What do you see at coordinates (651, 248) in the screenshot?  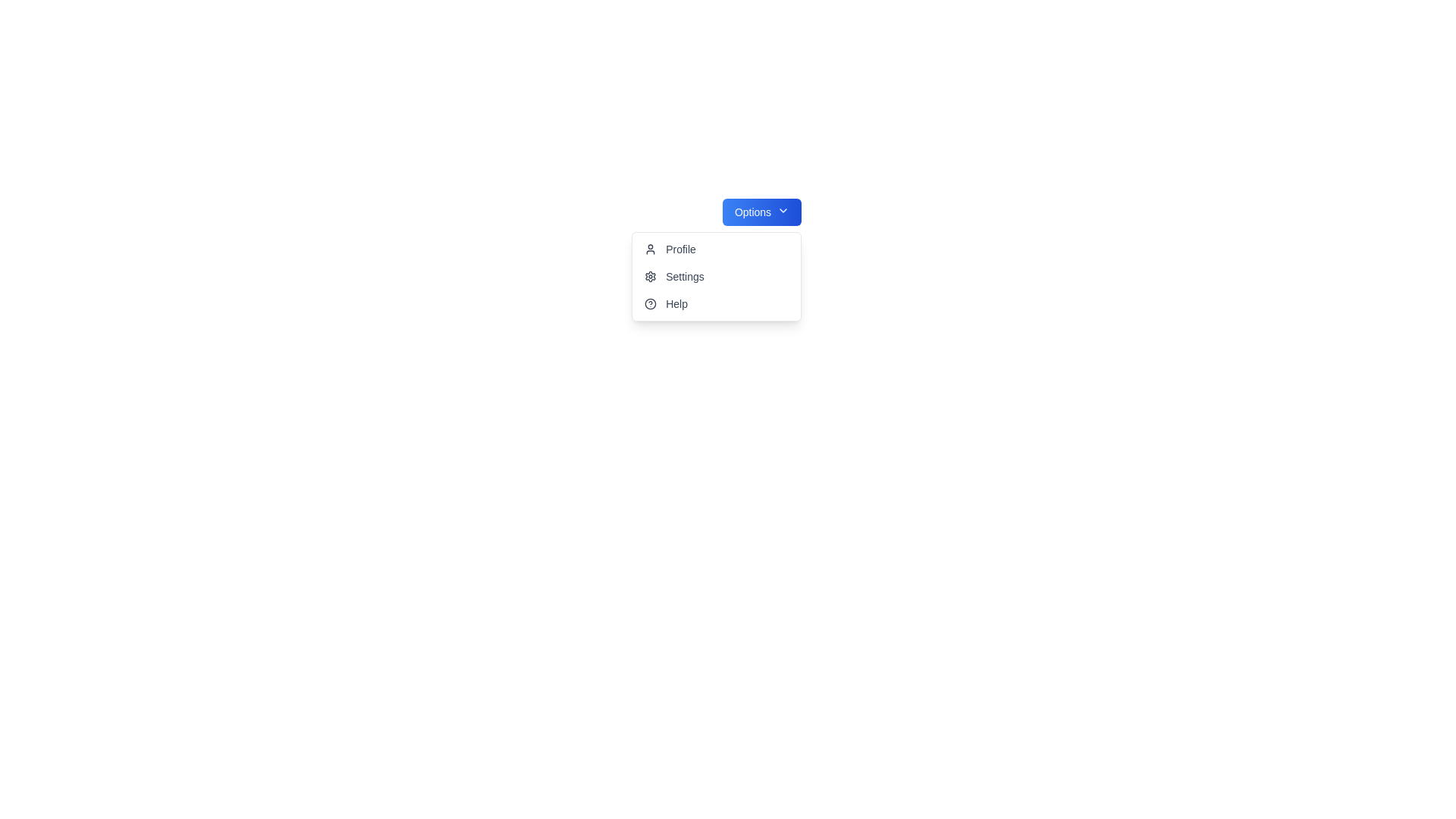 I see `the minimalist user icon representing a circular head and shoulders silhouette, located to the left of the 'Profile' text in the dropdown menu` at bounding box center [651, 248].